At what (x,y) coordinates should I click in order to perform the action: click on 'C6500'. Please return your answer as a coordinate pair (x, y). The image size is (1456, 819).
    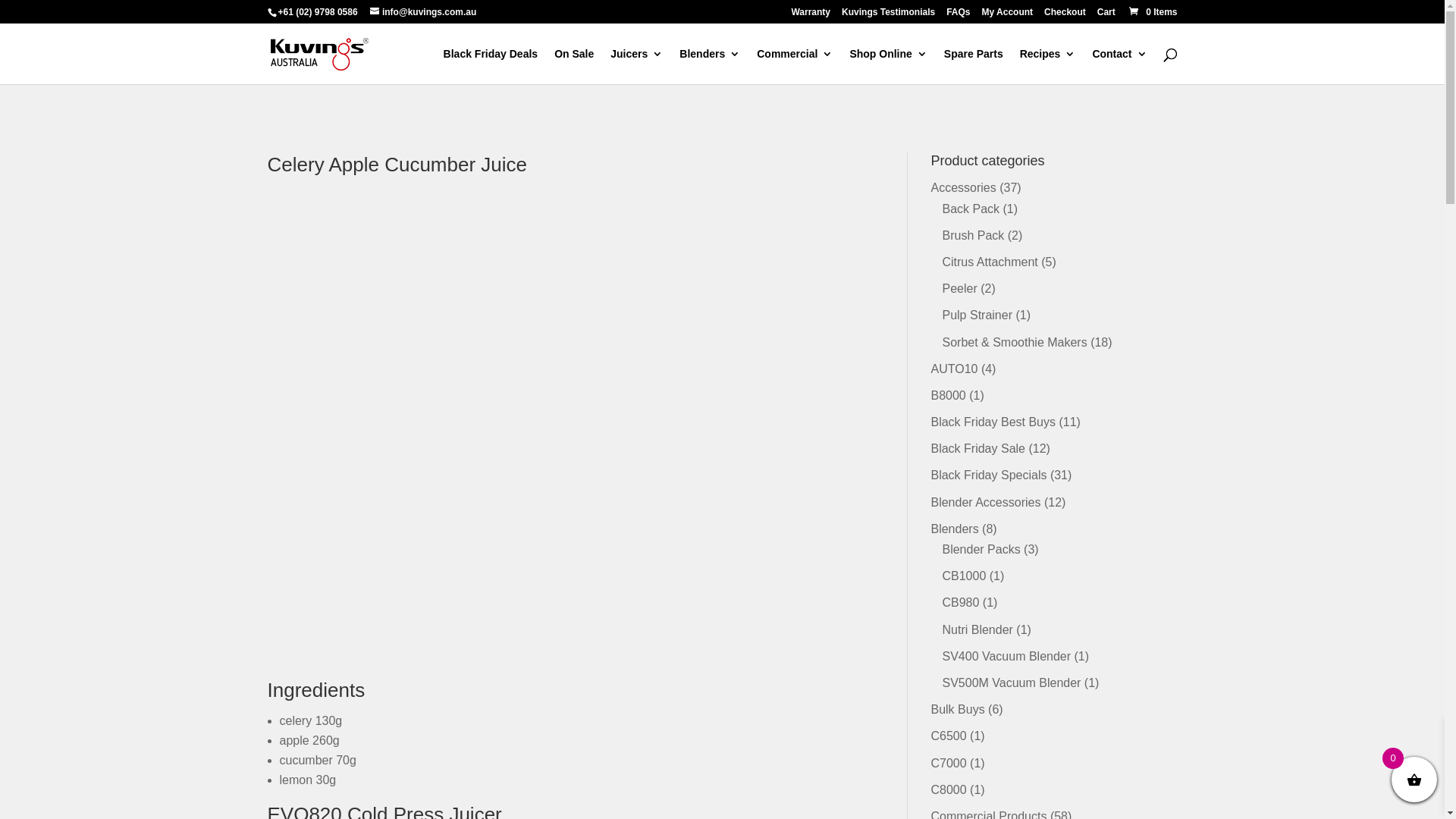
    Looking at the image, I should click on (930, 735).